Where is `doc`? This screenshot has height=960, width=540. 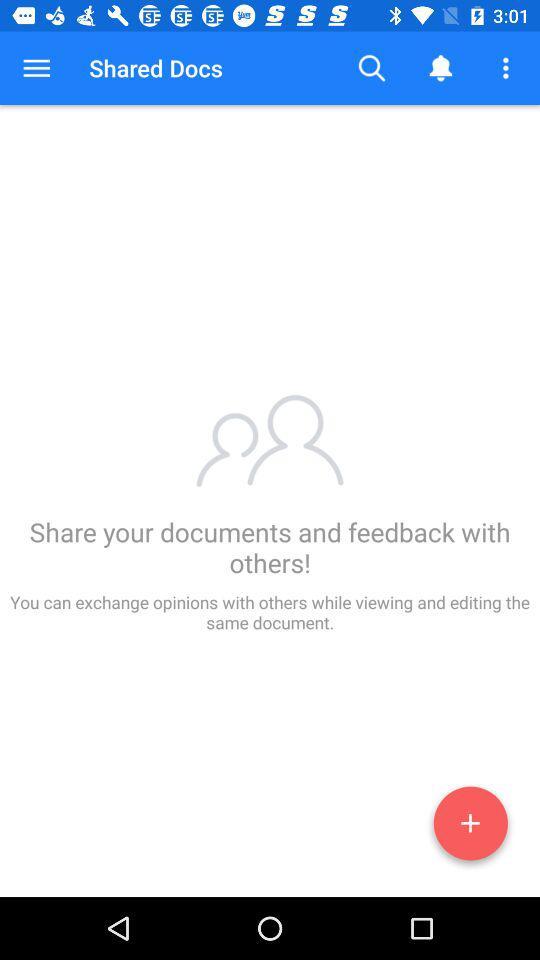 doc is located at coordinates (470, 827).